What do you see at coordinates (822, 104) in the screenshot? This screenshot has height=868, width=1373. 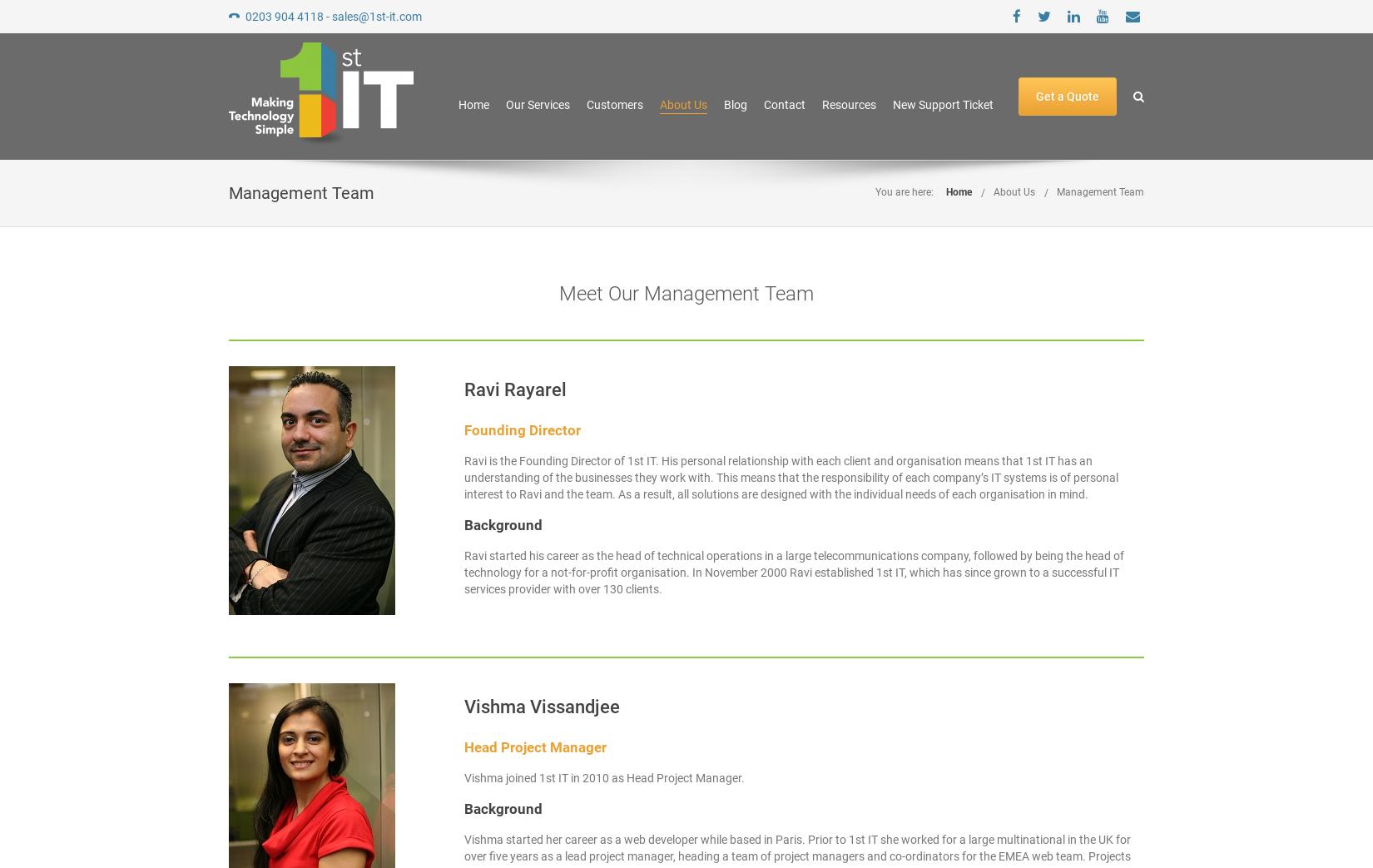 I see `'Resources'` at bounding box center [822, 104].